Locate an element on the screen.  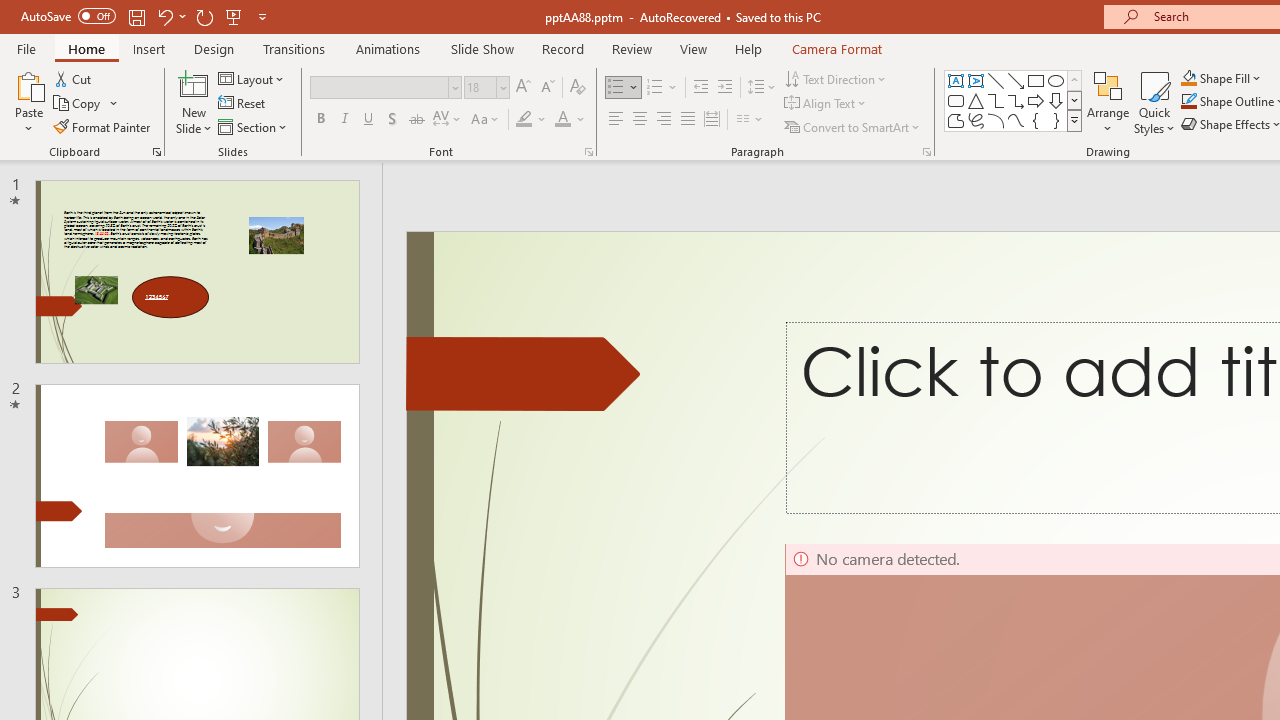
'Numbering' is located at coordinates (662, 86).